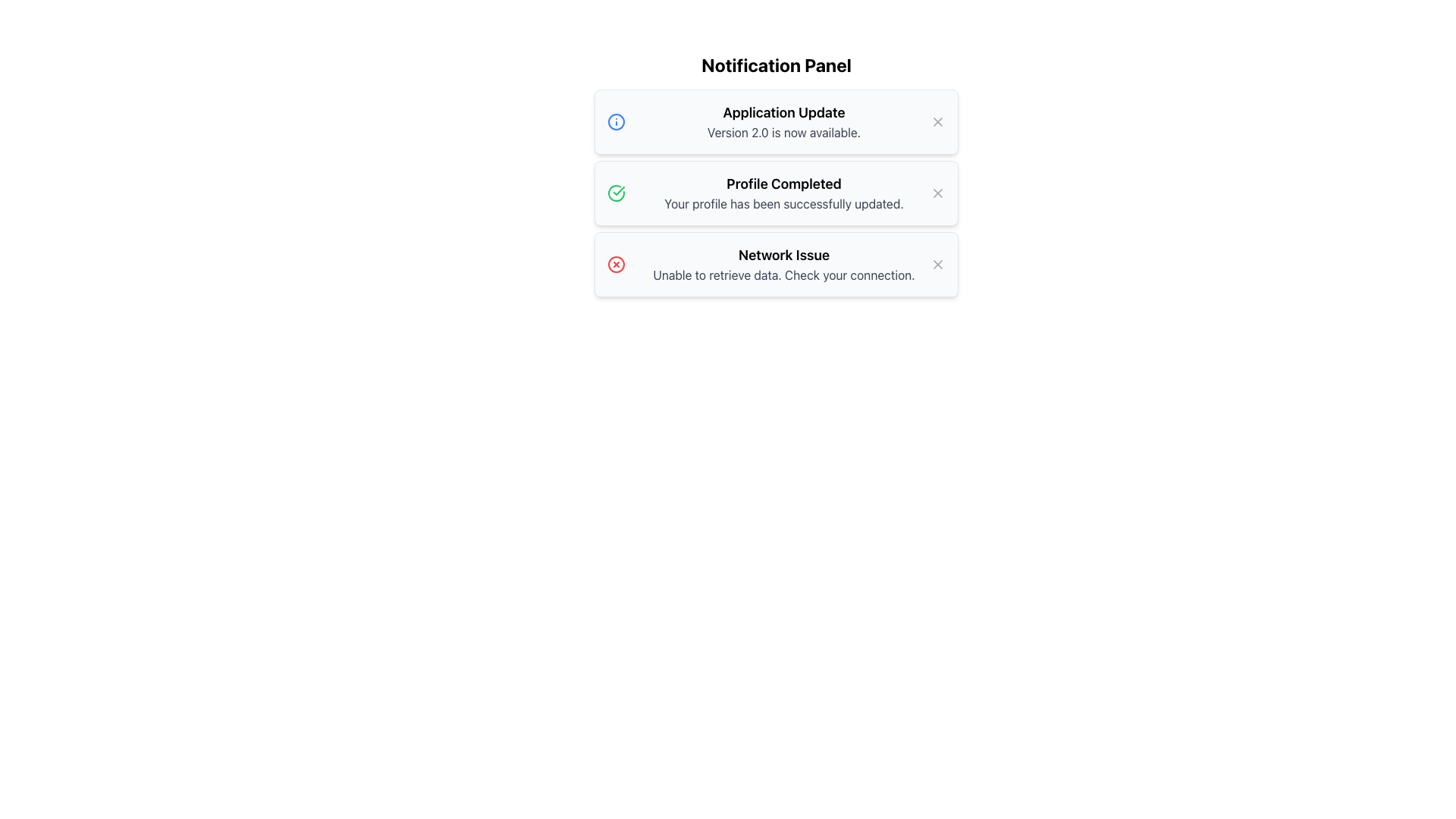 This screenshot has height=819, width=1456. Describe the element at coordinates (619, 190) in the screenshot. I see `the green checkmark icon in the notification panel, which represents confirmation or completed status` at that location.